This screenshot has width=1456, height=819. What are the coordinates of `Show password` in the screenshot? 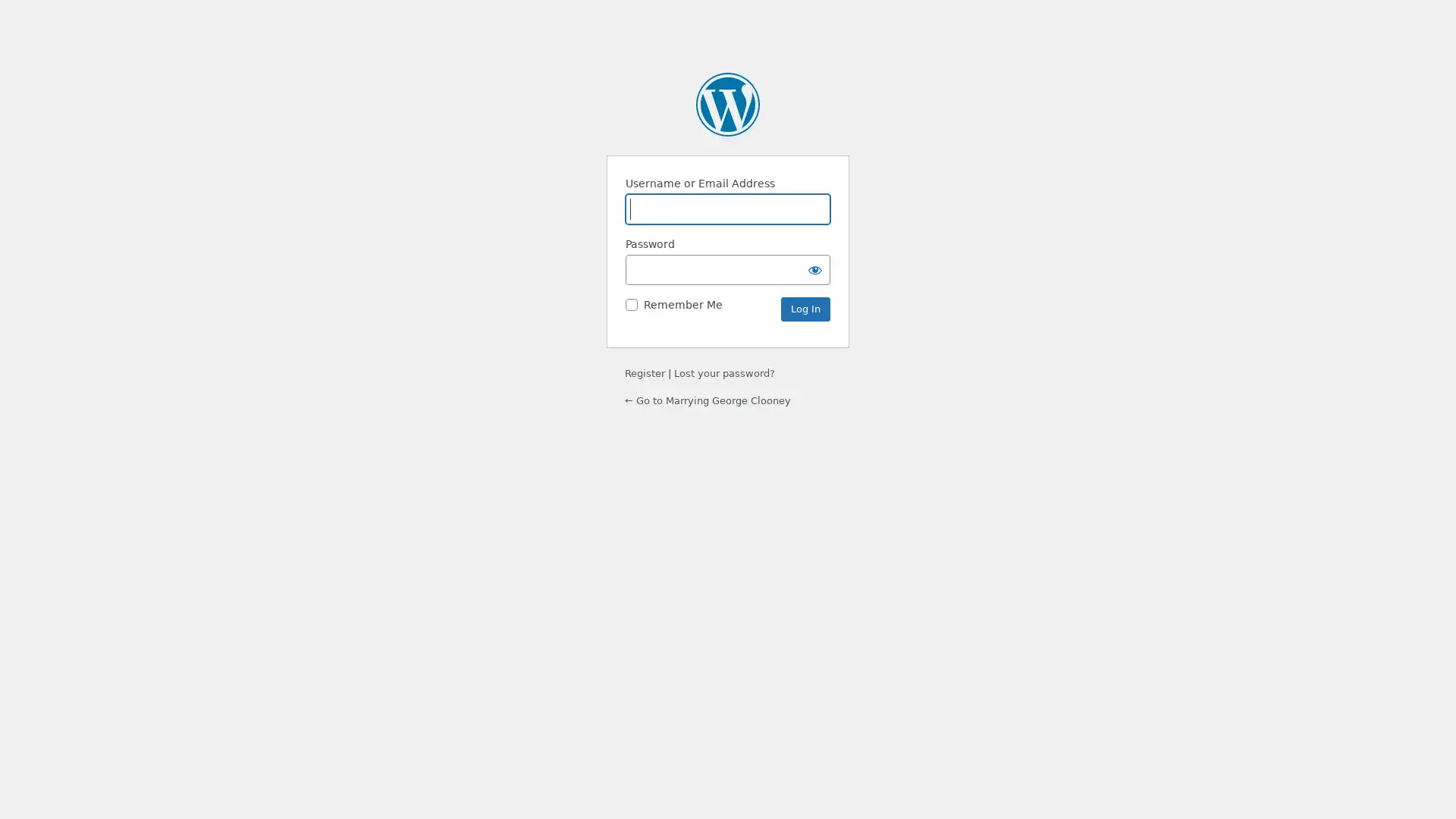 It's located at (814, 268).